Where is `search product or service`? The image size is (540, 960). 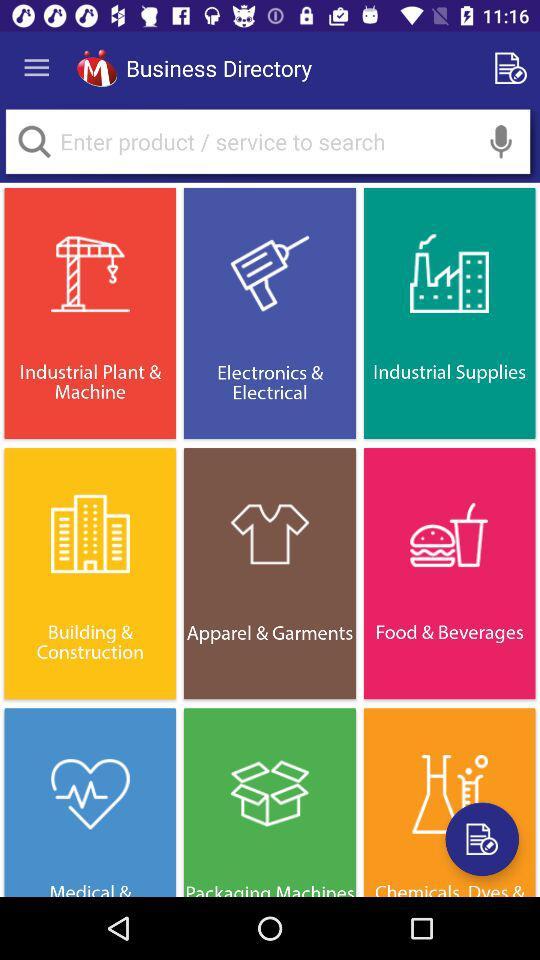 search product or service is located at coordinates (33, 140).